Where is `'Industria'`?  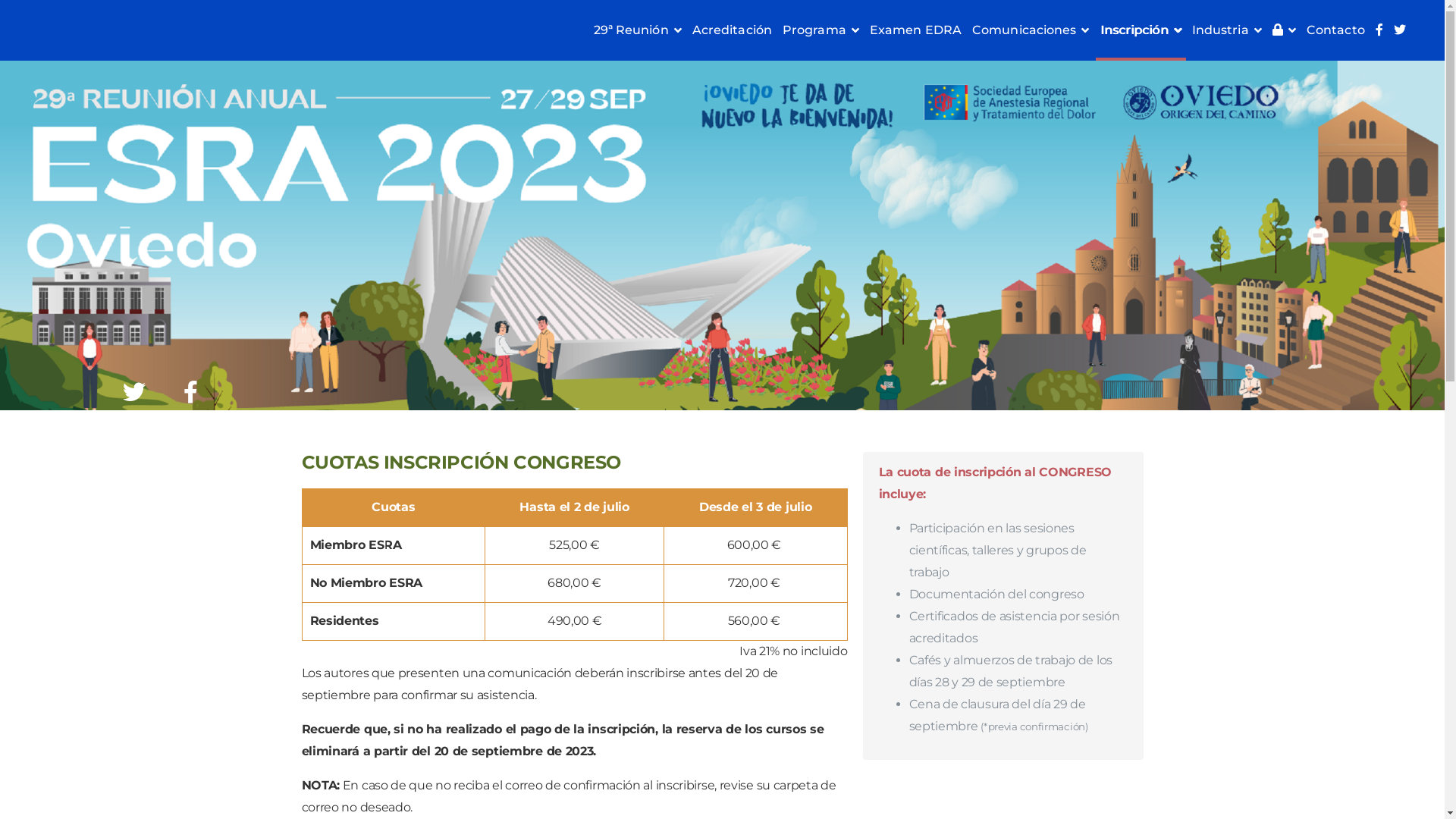
'Industria' is located at coordinates (1186, 30).